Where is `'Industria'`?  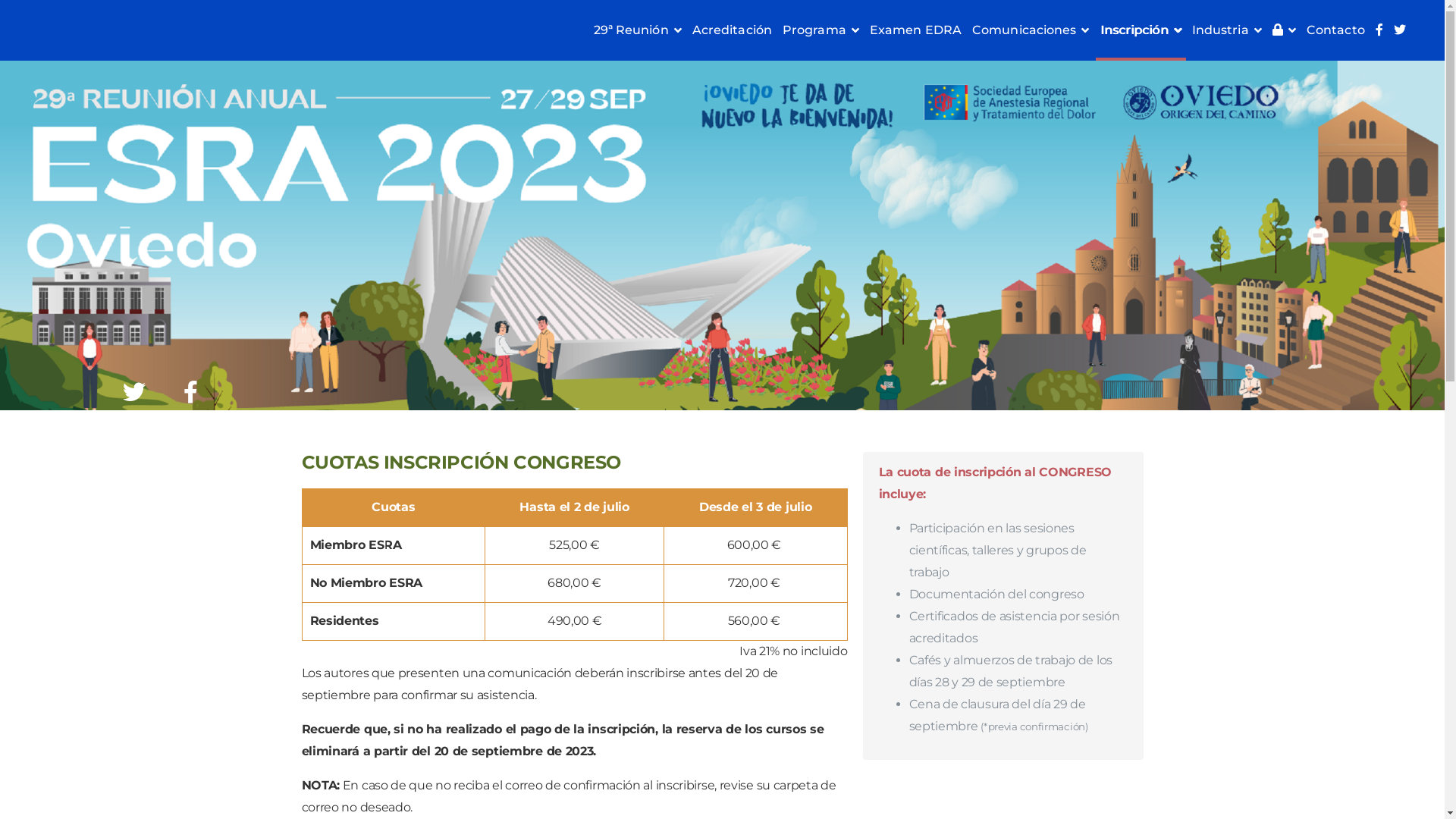
'Industria' is located at coordinates (1186, 30).